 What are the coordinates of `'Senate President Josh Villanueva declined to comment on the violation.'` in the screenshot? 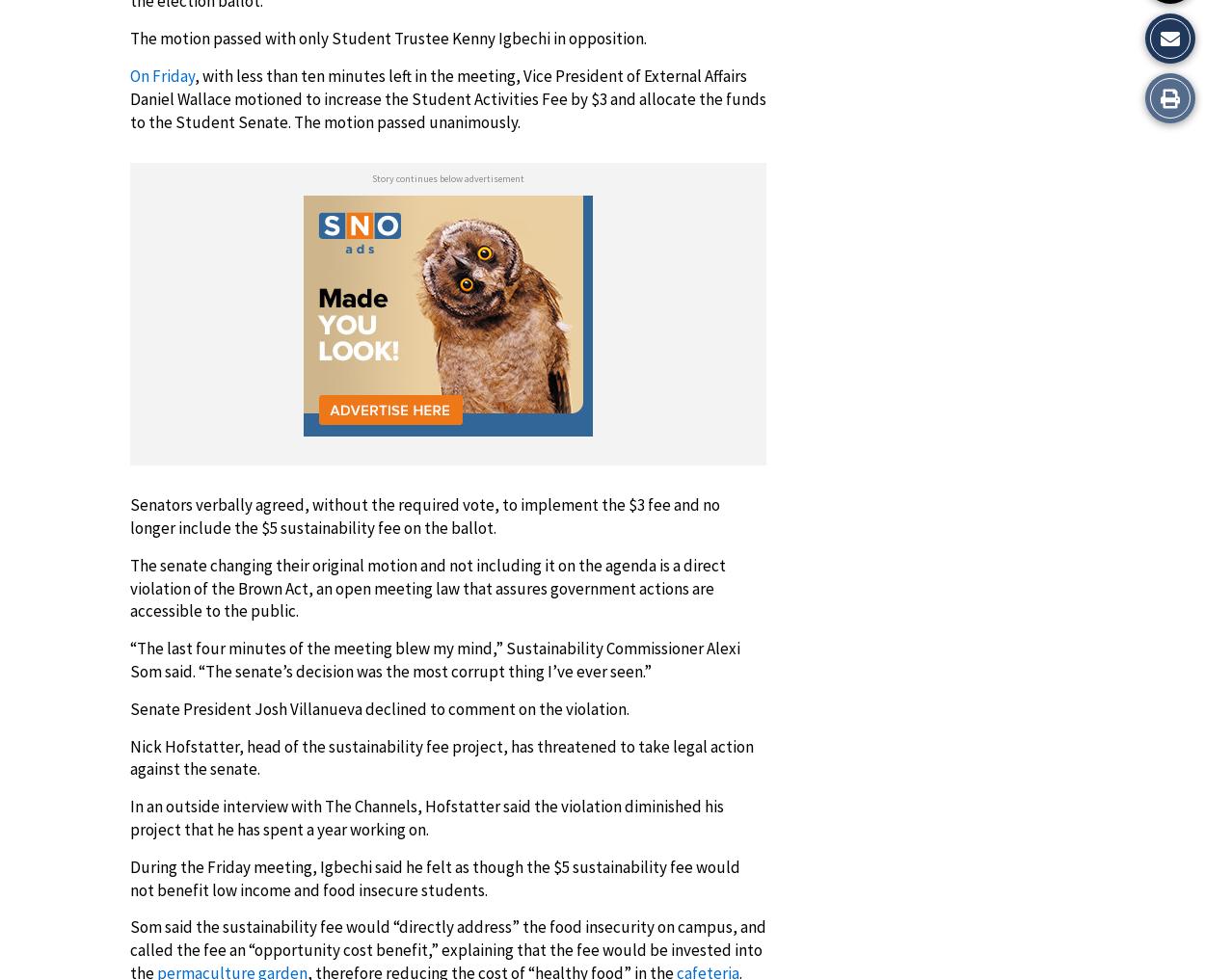 It's located at (380, 706).